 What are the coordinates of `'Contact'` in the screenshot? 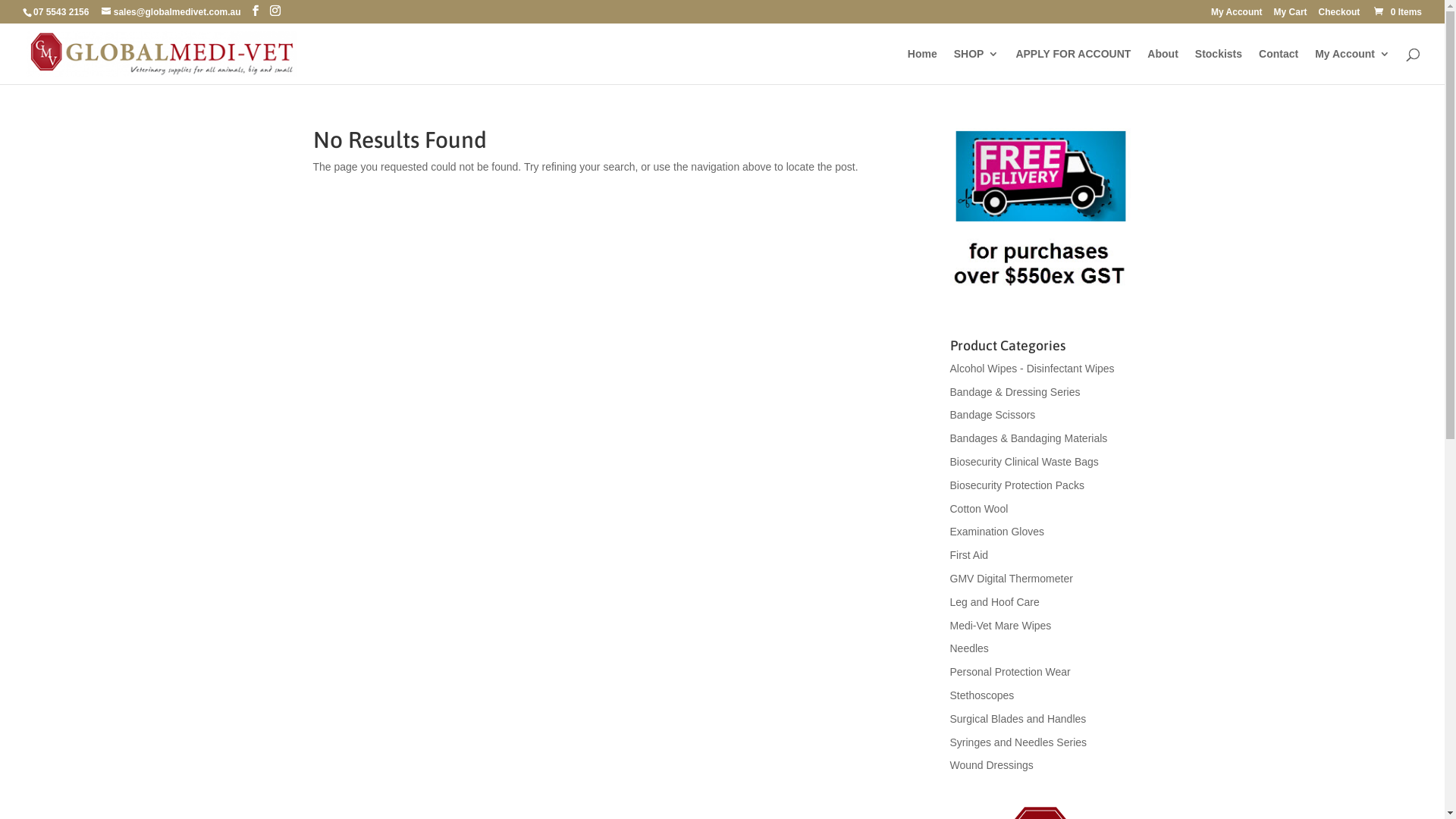 It's located at (1277, 65).